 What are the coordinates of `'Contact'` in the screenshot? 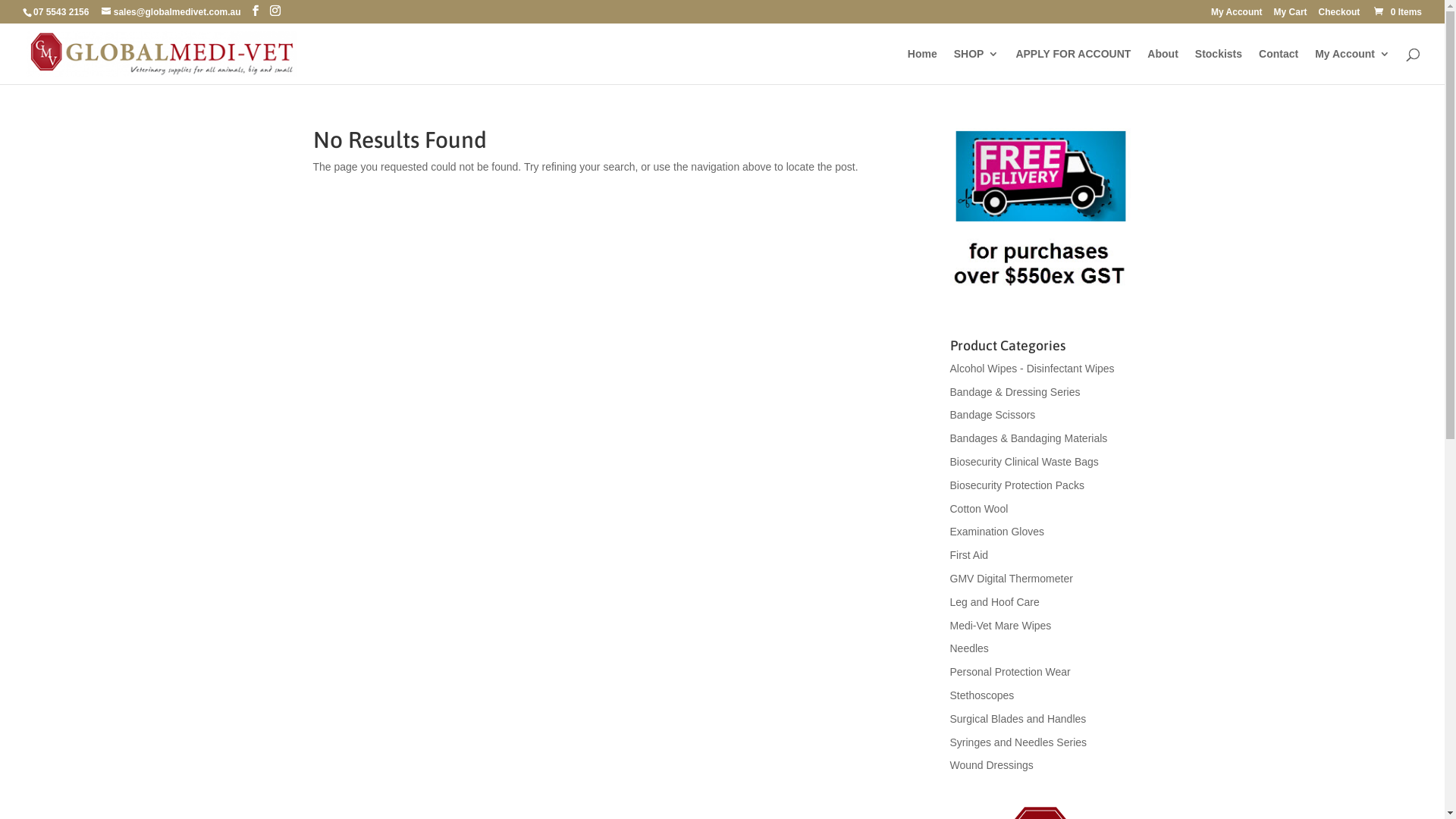 It's located at (1277, 65).